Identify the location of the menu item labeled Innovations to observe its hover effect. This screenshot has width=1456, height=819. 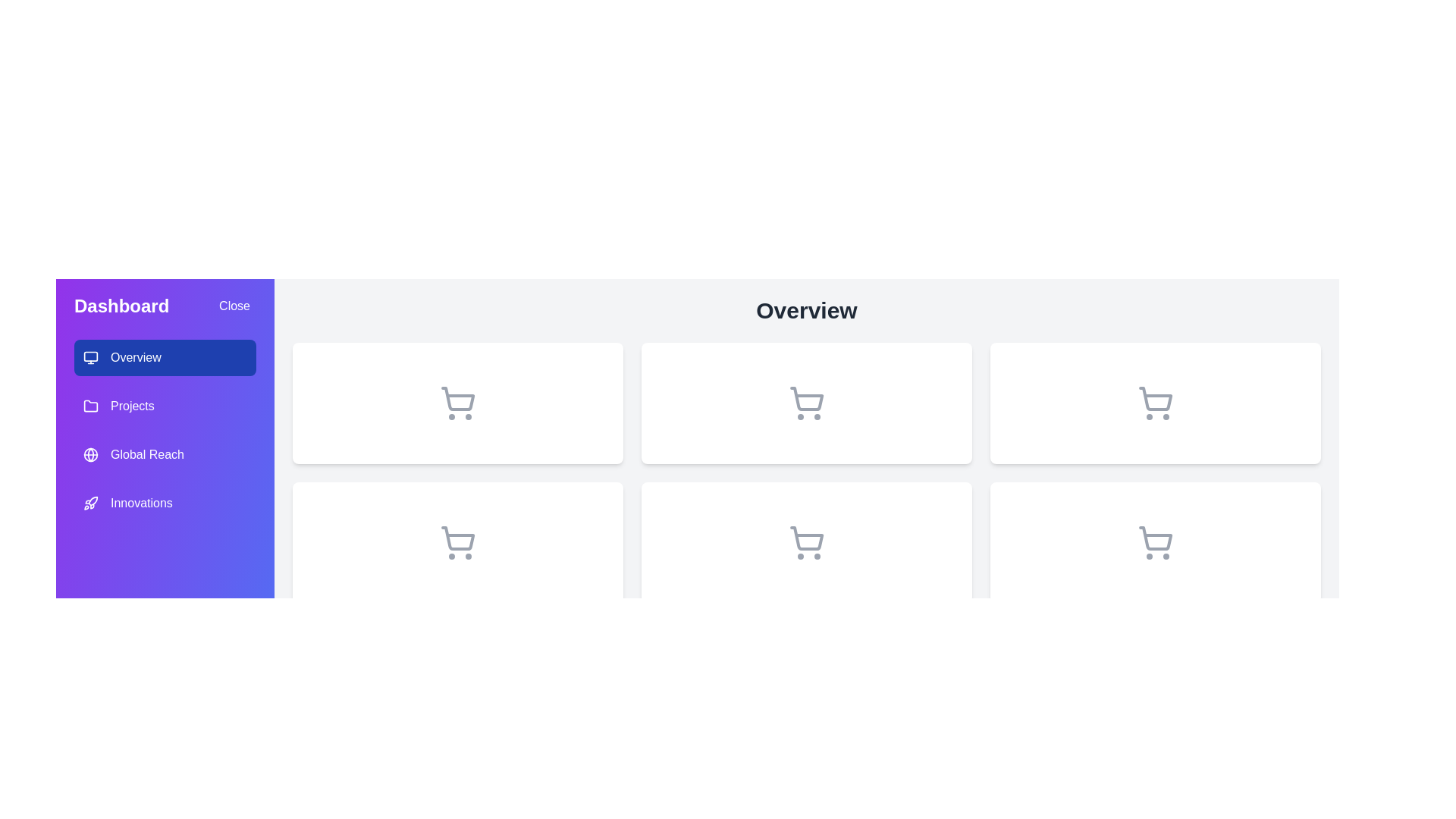
(165, 503).